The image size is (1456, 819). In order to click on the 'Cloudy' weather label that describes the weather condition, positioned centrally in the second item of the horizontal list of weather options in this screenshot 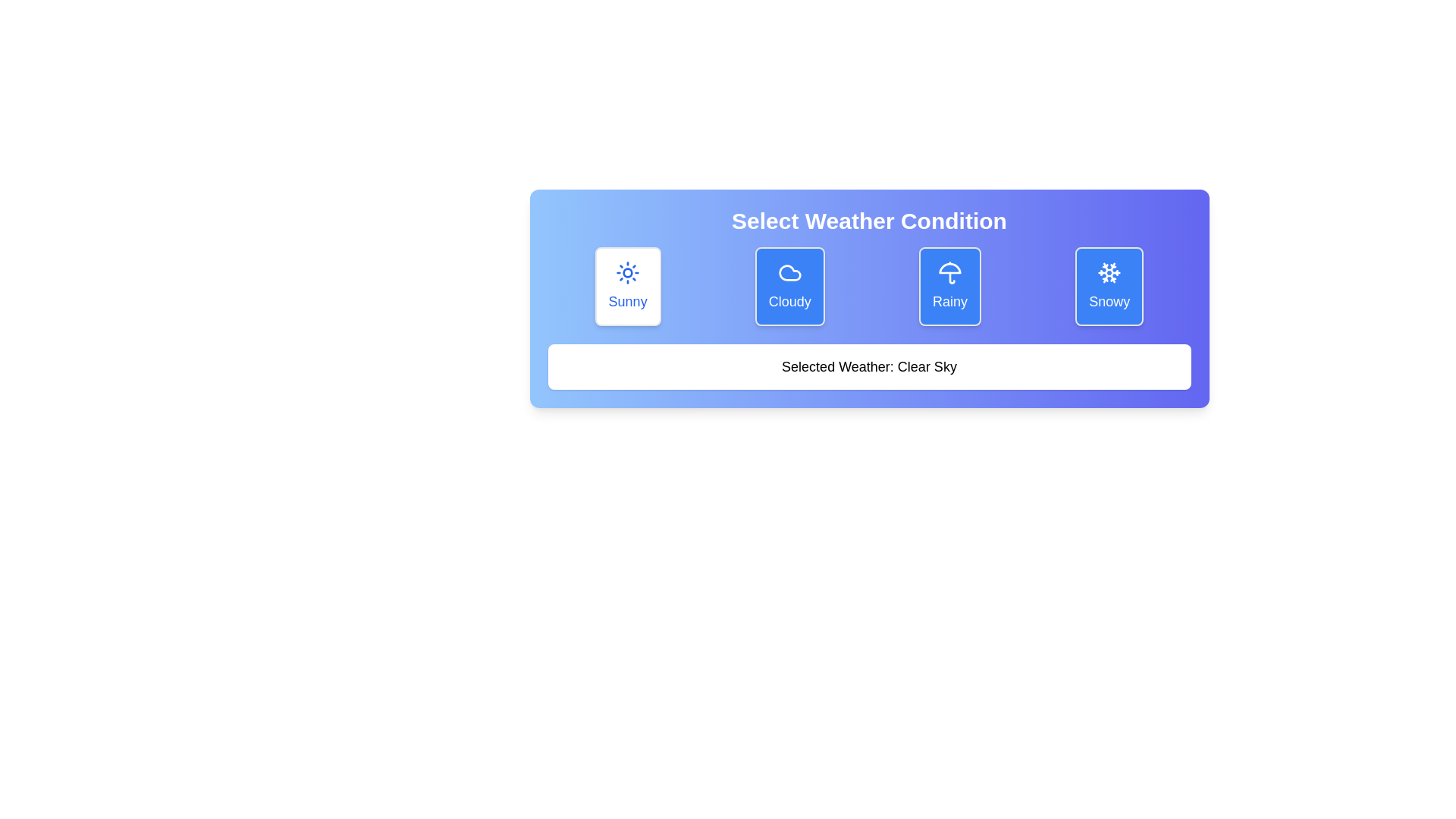, I will do `click(789, 301)`.